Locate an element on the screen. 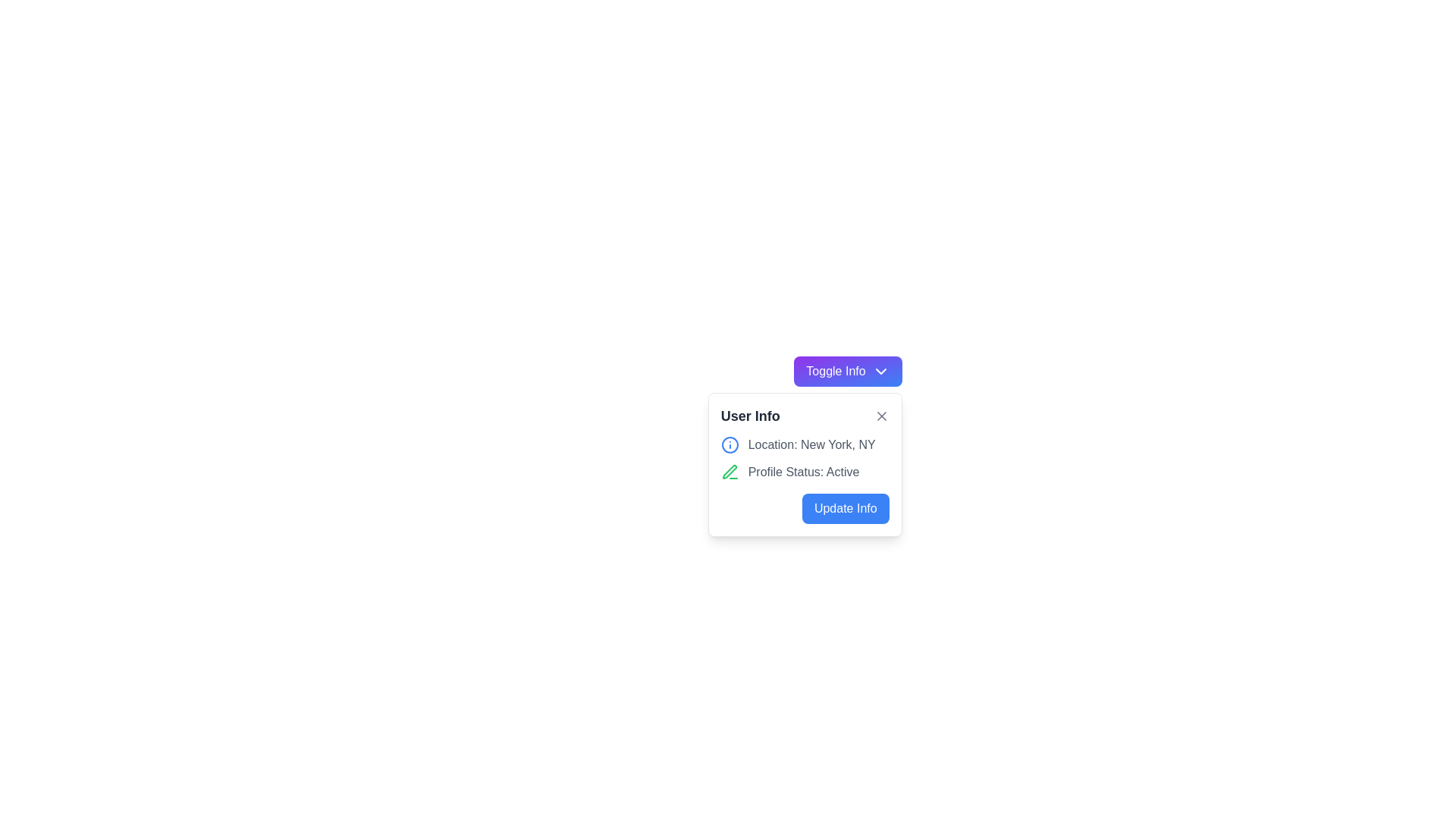 This screenshot has width=1456, height=819. the text element that reads 'Location: New York, NY' with a blue circular icon to its left in the 'User Info' section is located at coordinates (804, 444).